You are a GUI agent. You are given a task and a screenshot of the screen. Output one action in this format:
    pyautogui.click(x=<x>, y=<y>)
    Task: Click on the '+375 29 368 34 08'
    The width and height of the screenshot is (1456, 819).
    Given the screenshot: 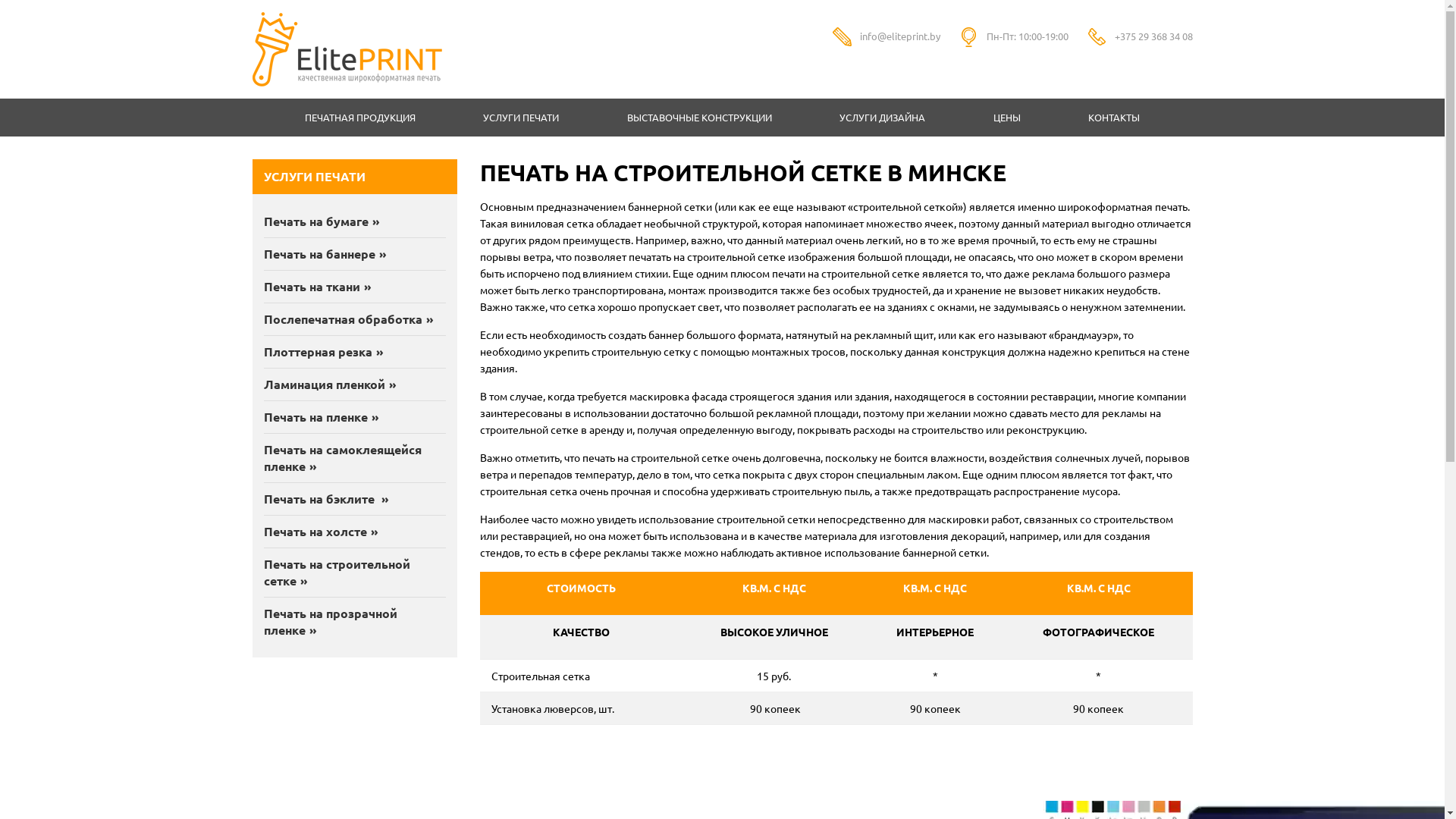 What is the action you would take?
    pyautogui.click(x=1153, y=35)
    